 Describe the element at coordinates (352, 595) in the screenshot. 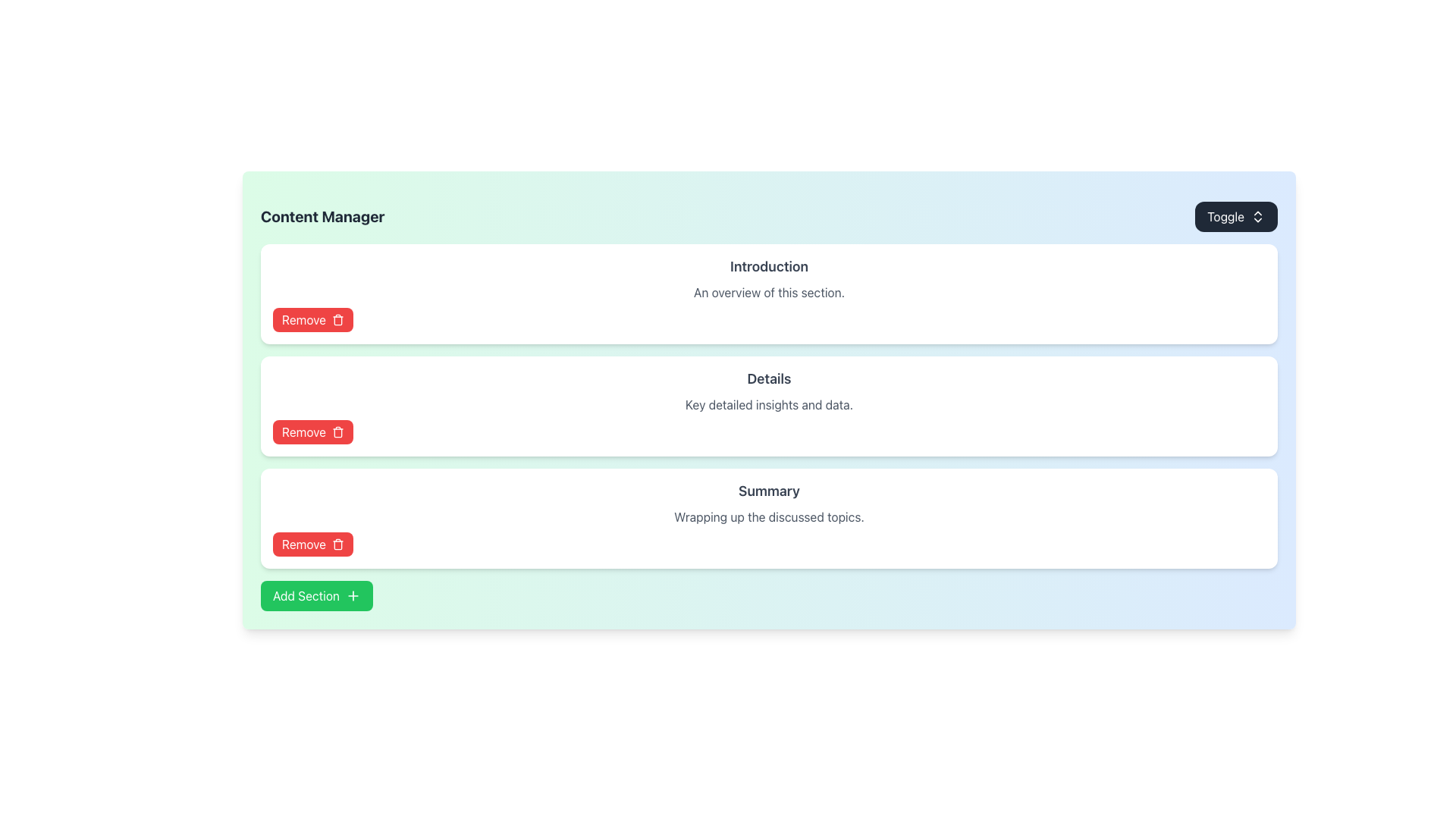

I see `the plus icon, which is a decorative SVG graphic outlined in dark color, located to the right of the 'Add Section' button text within the green button` at that location.